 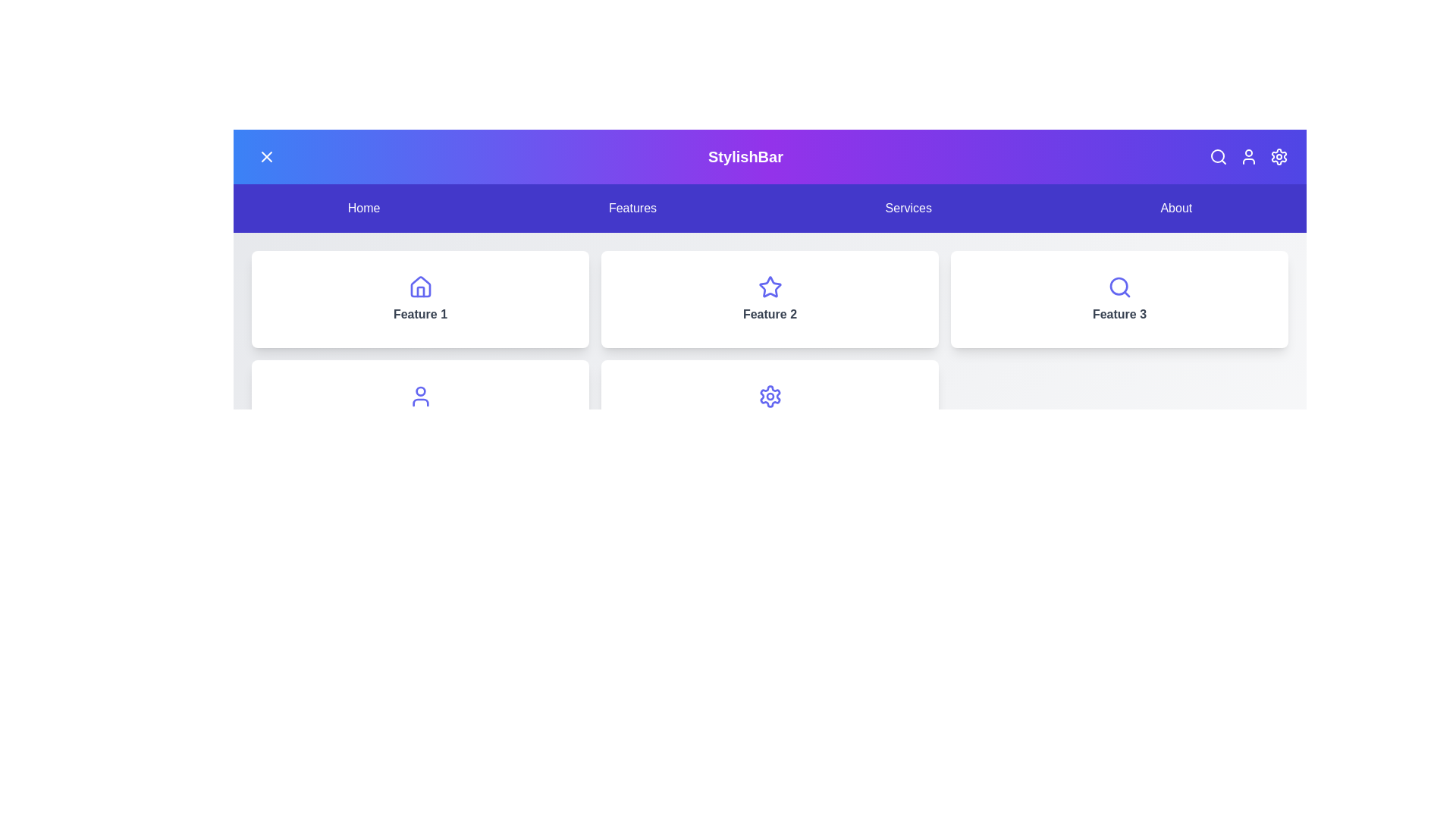 I want to click on the feature card labeled Feature 1, so click(x=420, y=299).